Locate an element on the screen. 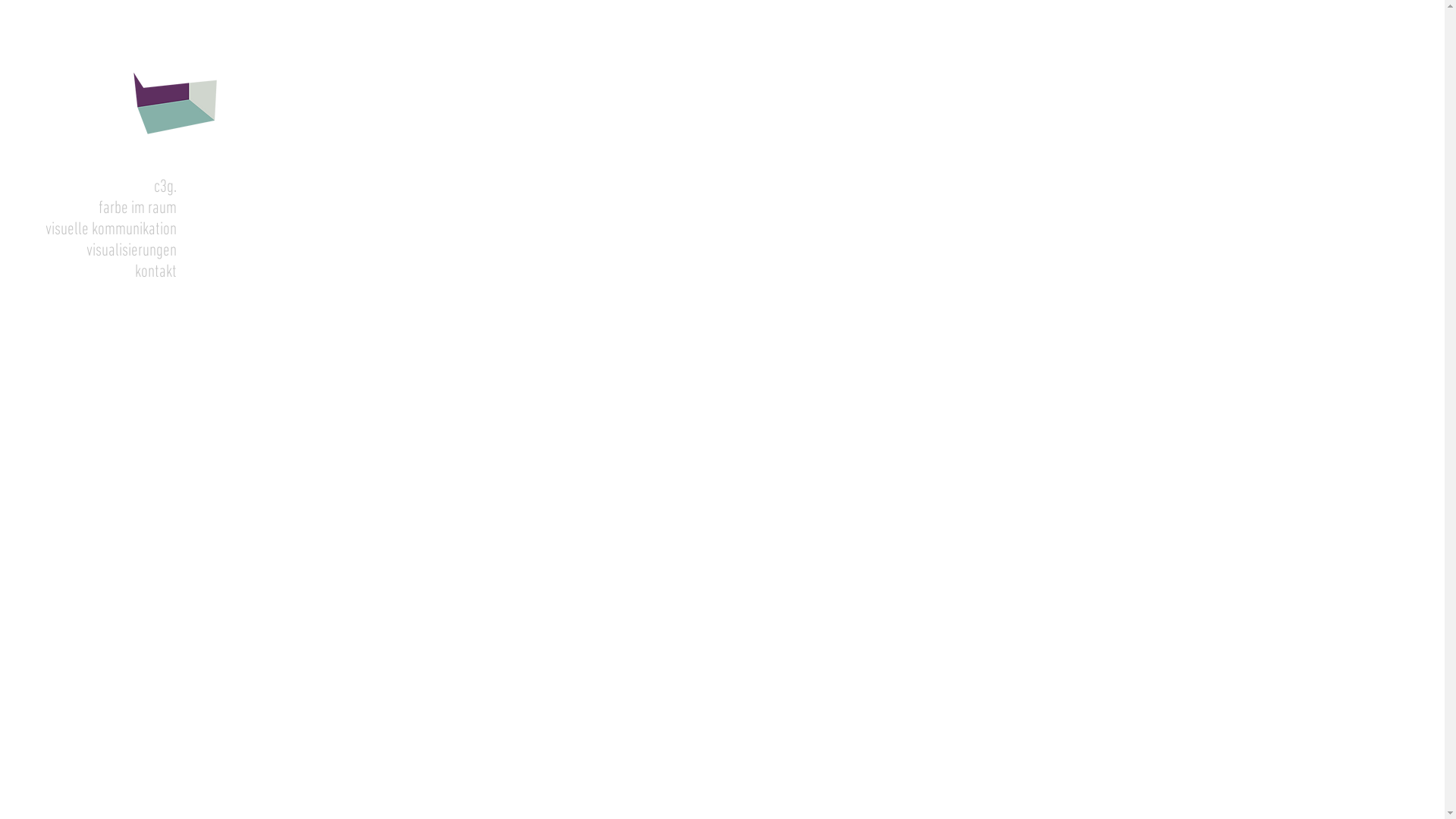  'visualisierungen' is located at coordinates (87, 250).